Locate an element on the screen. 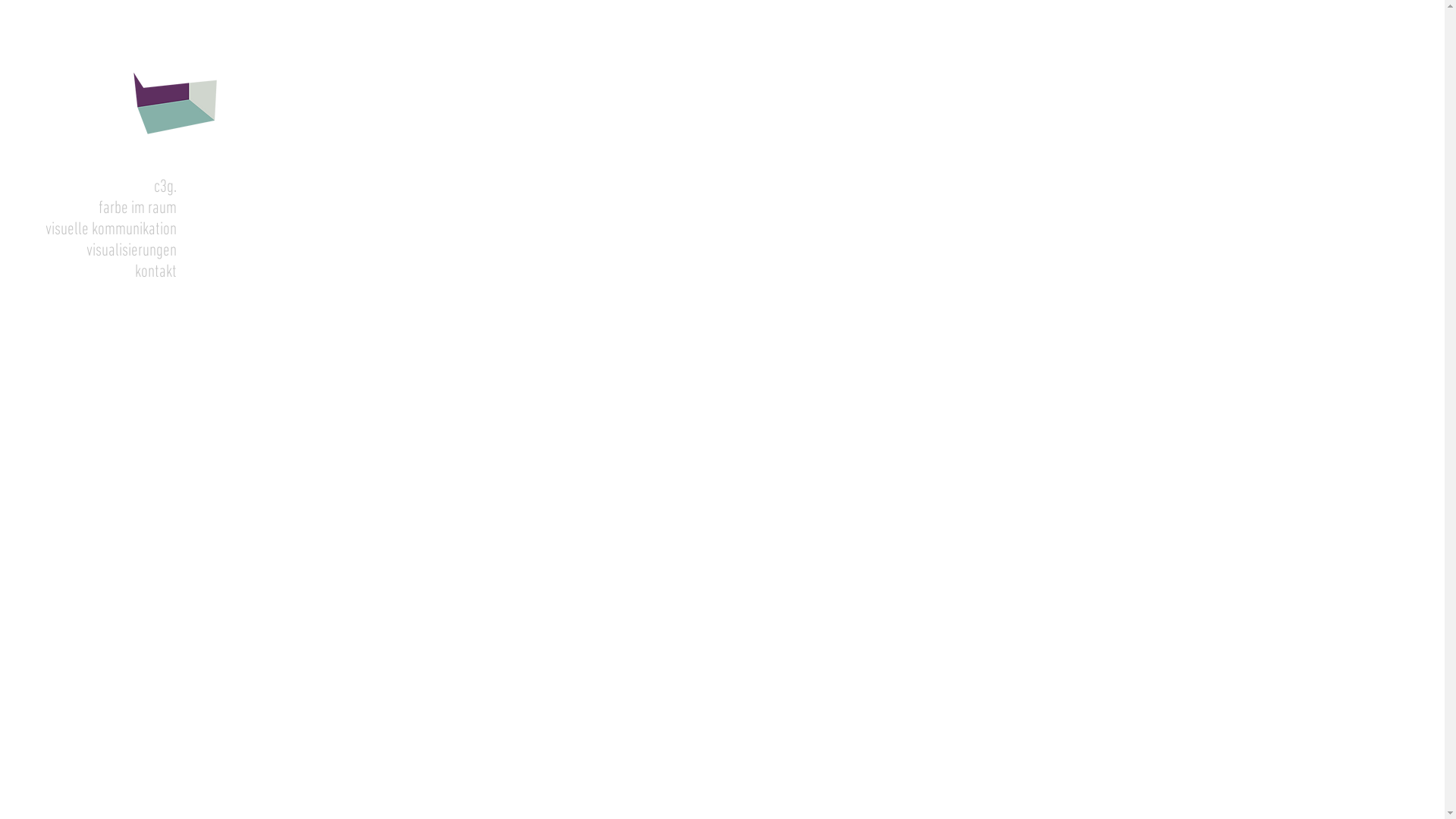  'visualisierungen' is located at coordinates (87, 250).